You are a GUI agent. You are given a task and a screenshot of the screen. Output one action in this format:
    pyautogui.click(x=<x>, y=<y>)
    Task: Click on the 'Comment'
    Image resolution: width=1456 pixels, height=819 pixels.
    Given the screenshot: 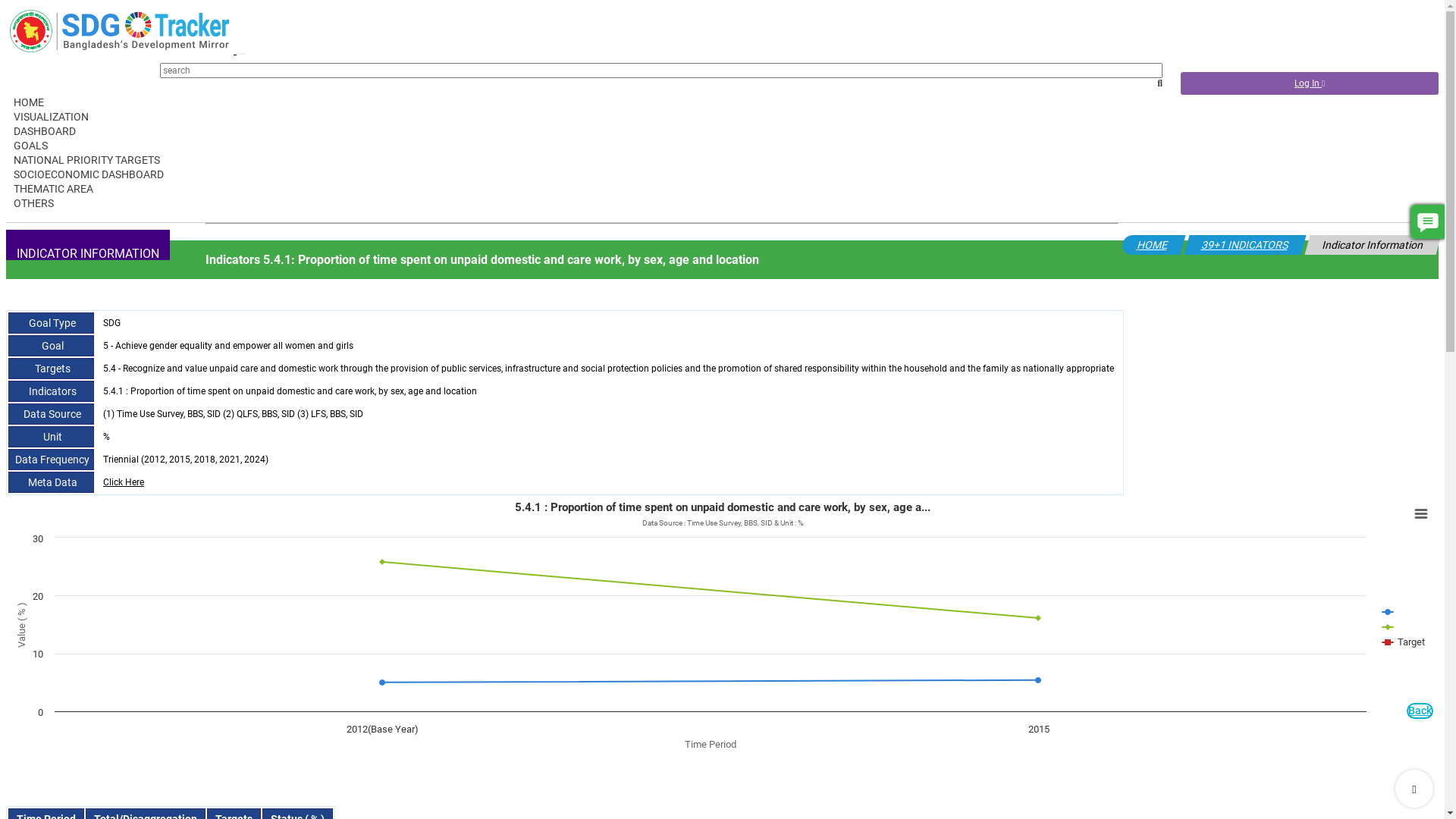 What is the action you would take?
    pyautogui.click(x=1426, y=221)
    